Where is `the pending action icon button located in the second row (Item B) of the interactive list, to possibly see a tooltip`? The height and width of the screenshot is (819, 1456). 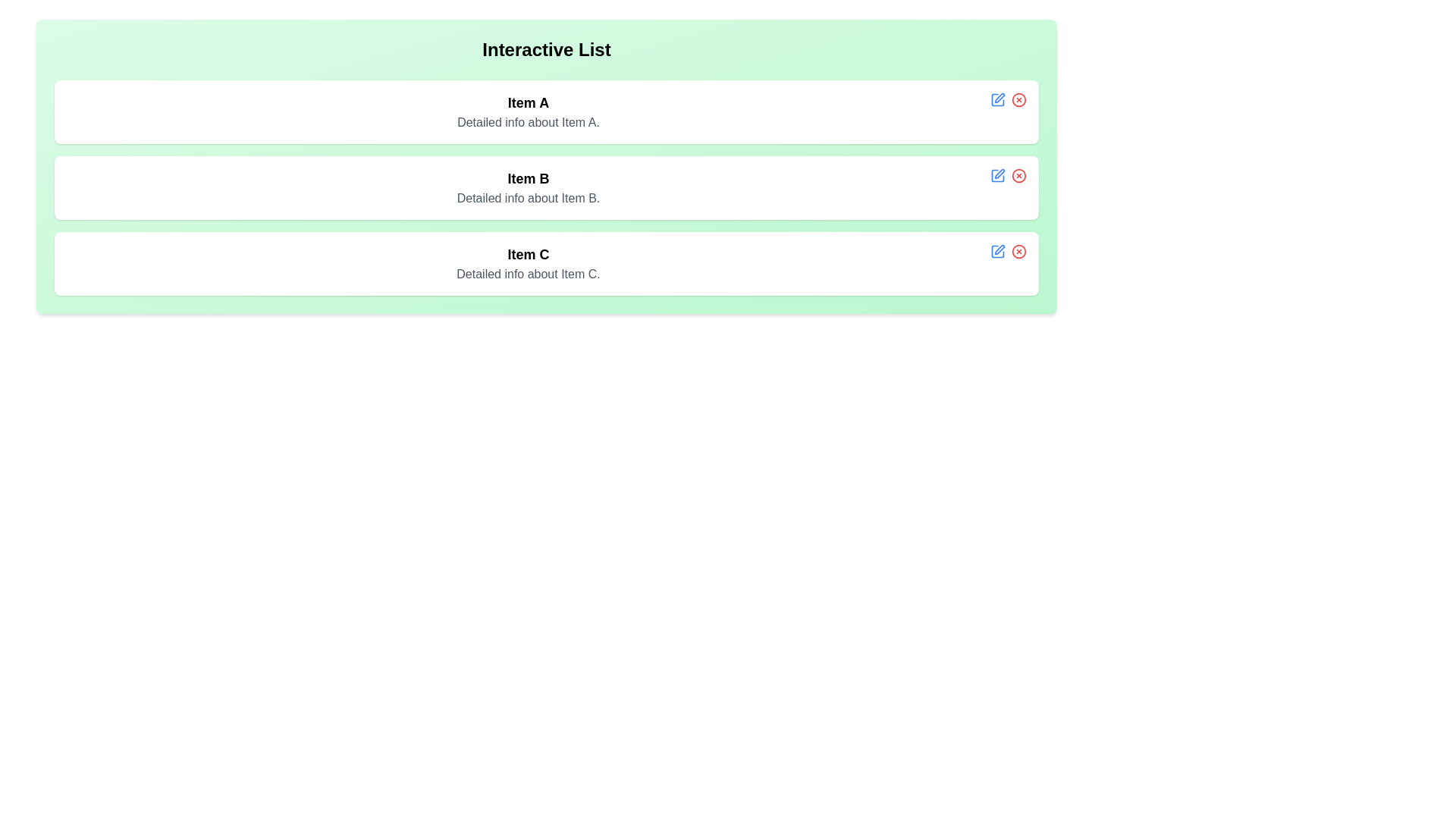 the pending action icon button located in the second row (Item B) of the interactive list, to possibly see a tooltip is located at coordinates (999, 173).